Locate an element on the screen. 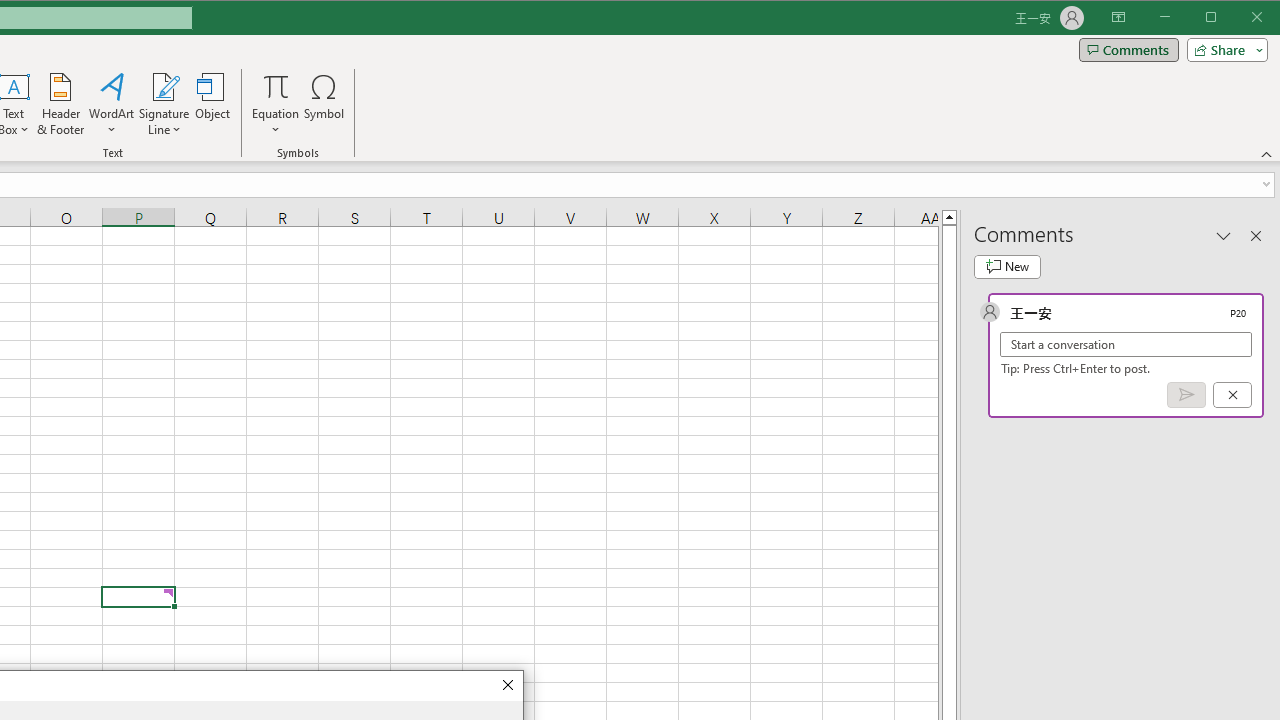  'Signature Line' is located at coordinates (164, 104).